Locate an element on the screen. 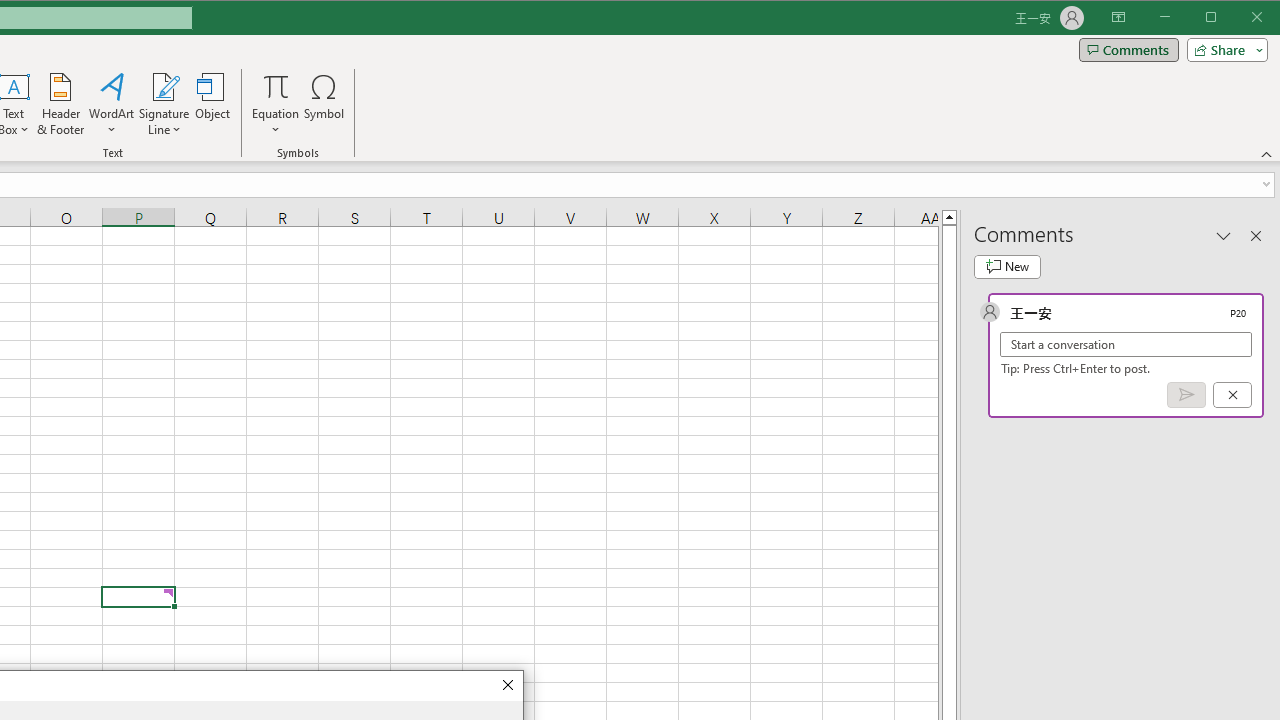  'Signature Line' is located at coordinates (164, 104).